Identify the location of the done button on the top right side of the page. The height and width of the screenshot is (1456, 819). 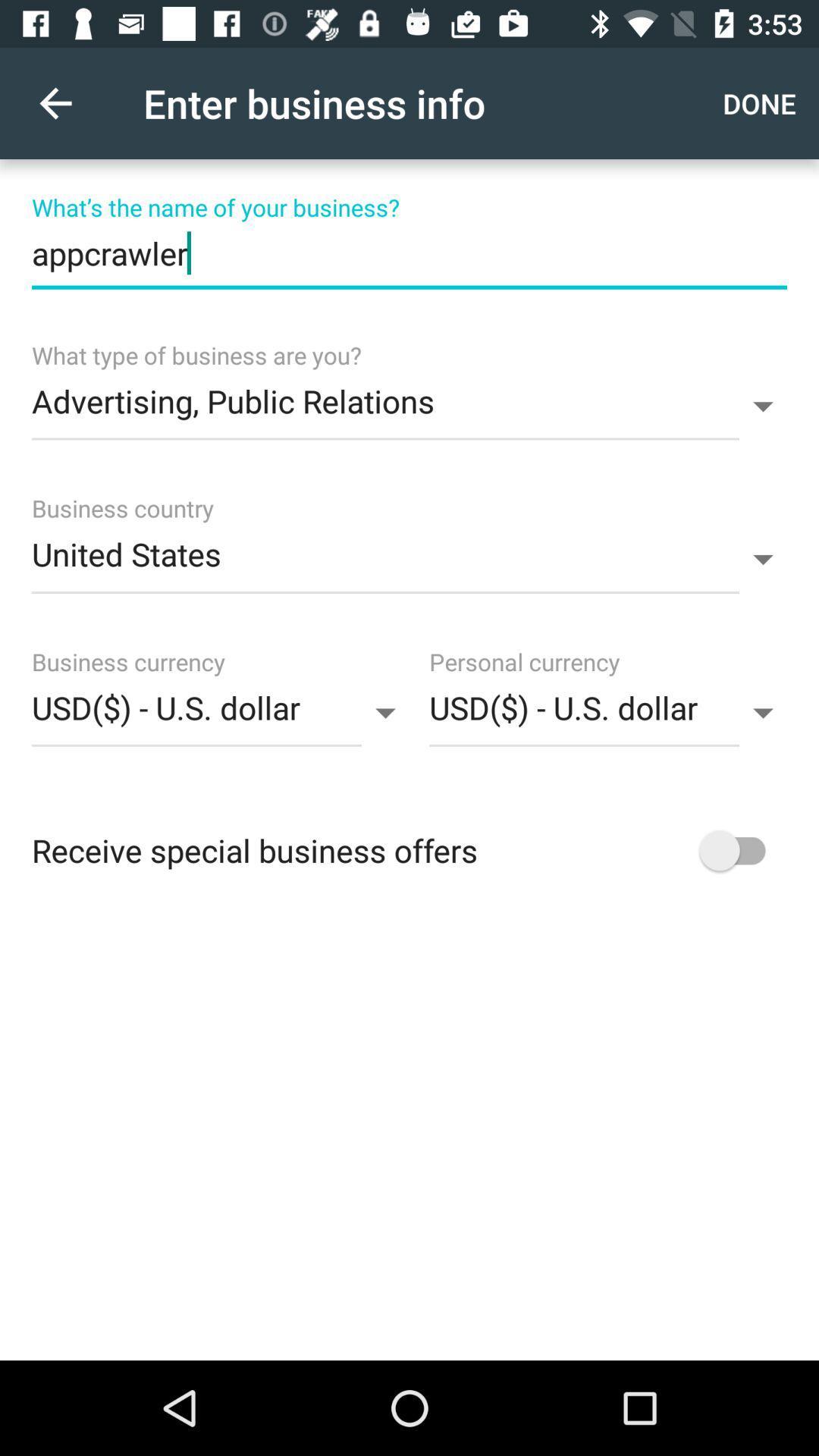
(763, 103).